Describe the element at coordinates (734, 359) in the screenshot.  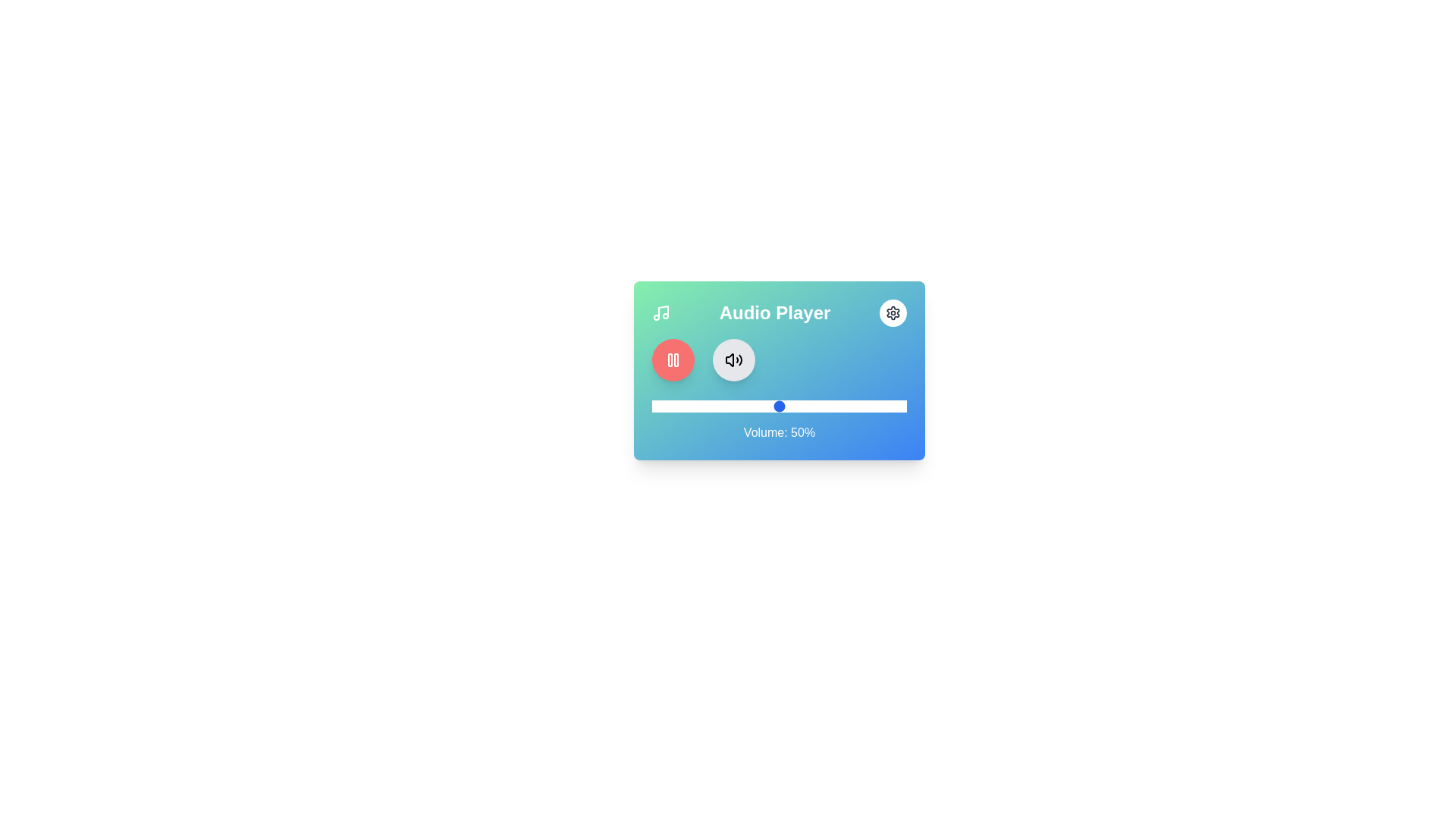
I see `the icon button located on the right side of the circular buttons in the main audio player panel` at that location.